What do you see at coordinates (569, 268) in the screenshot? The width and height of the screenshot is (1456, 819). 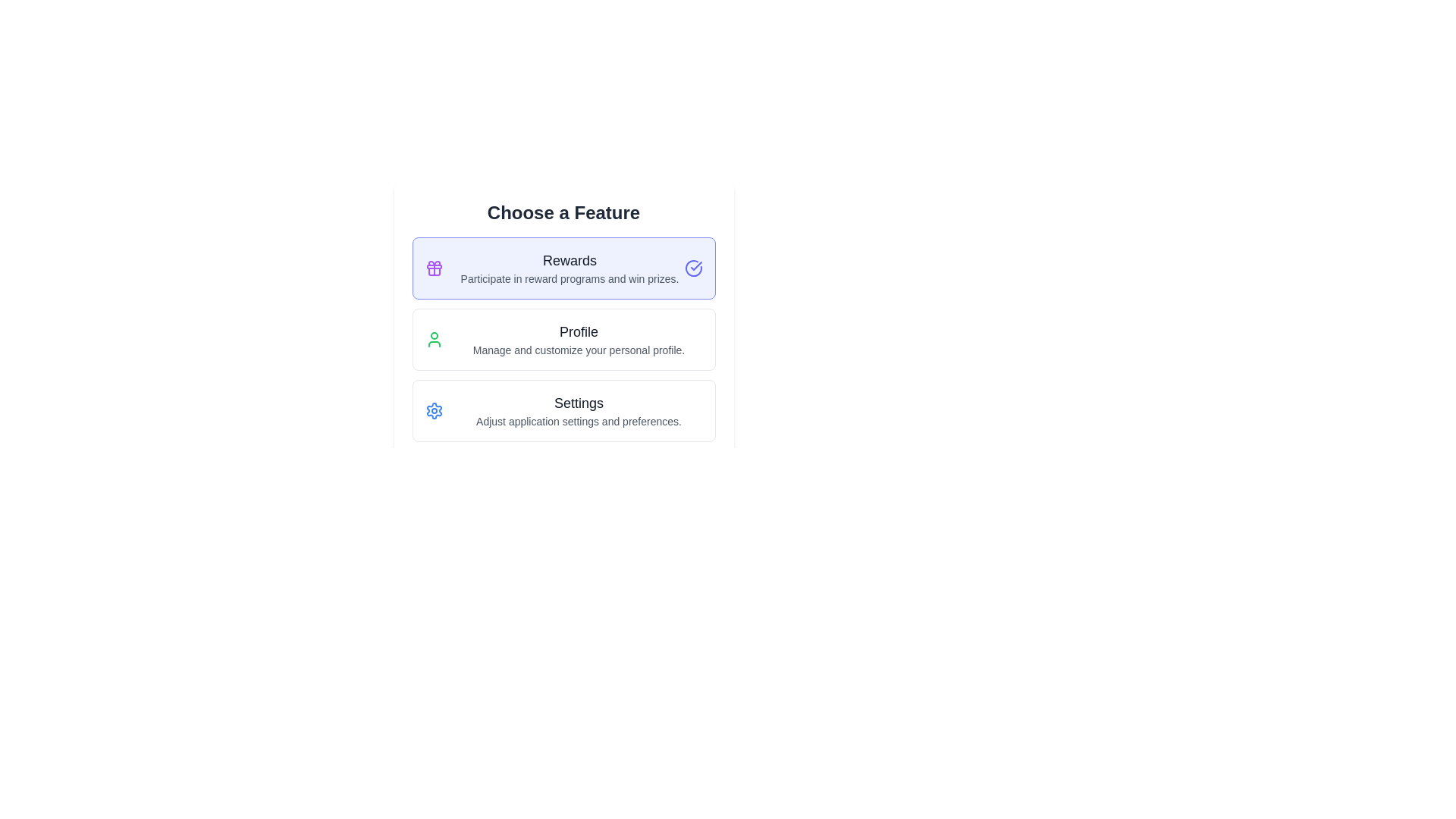 I see `the static text element displaying the title 'Rewards' and its description 'Participate in reward programs and win prizes.' located in the upper section of the indigo-highlighted button among similar elements` at bounding box center [569, 268].